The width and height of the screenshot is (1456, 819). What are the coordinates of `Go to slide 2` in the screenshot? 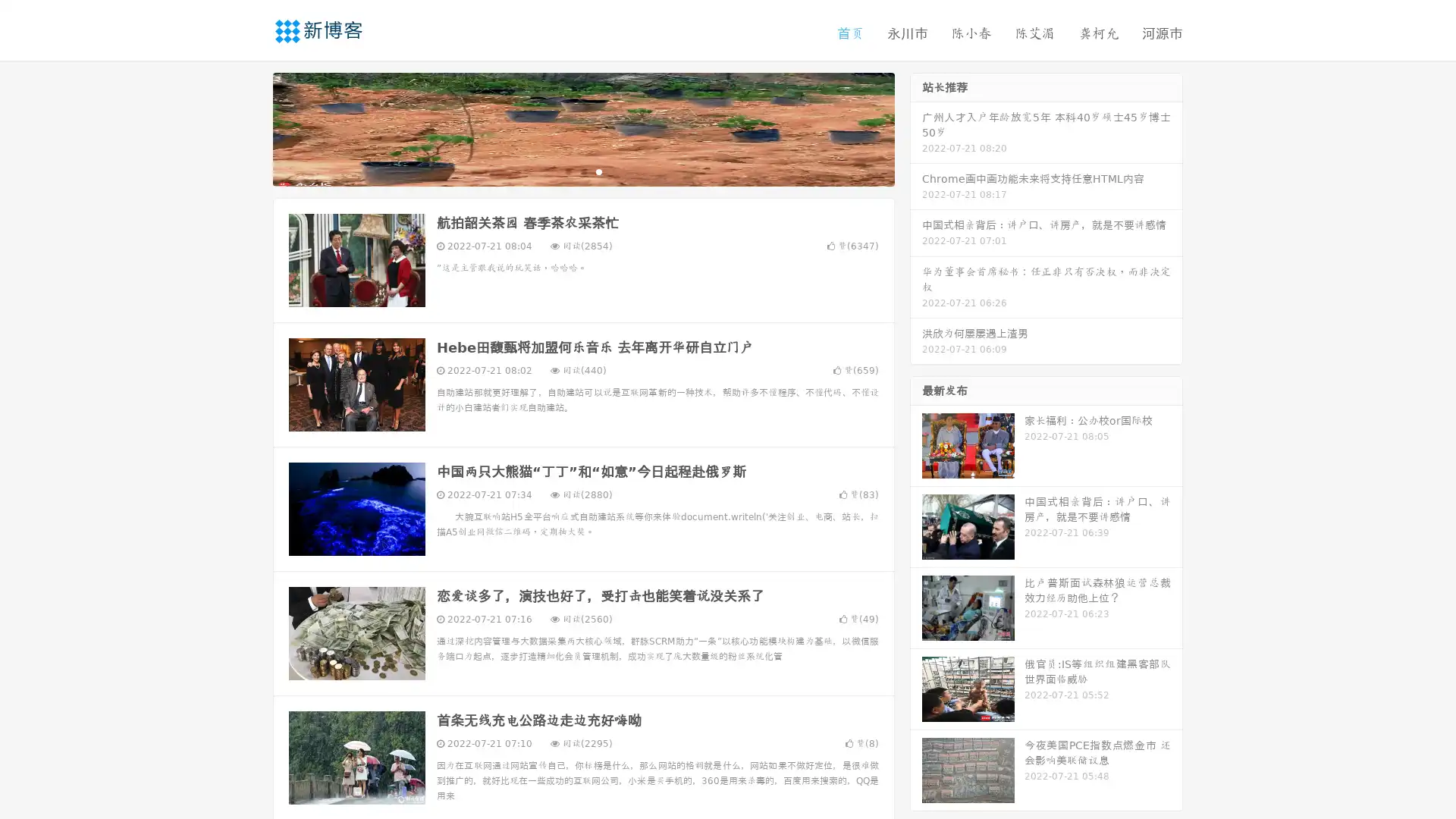 It's located at (582, 171).